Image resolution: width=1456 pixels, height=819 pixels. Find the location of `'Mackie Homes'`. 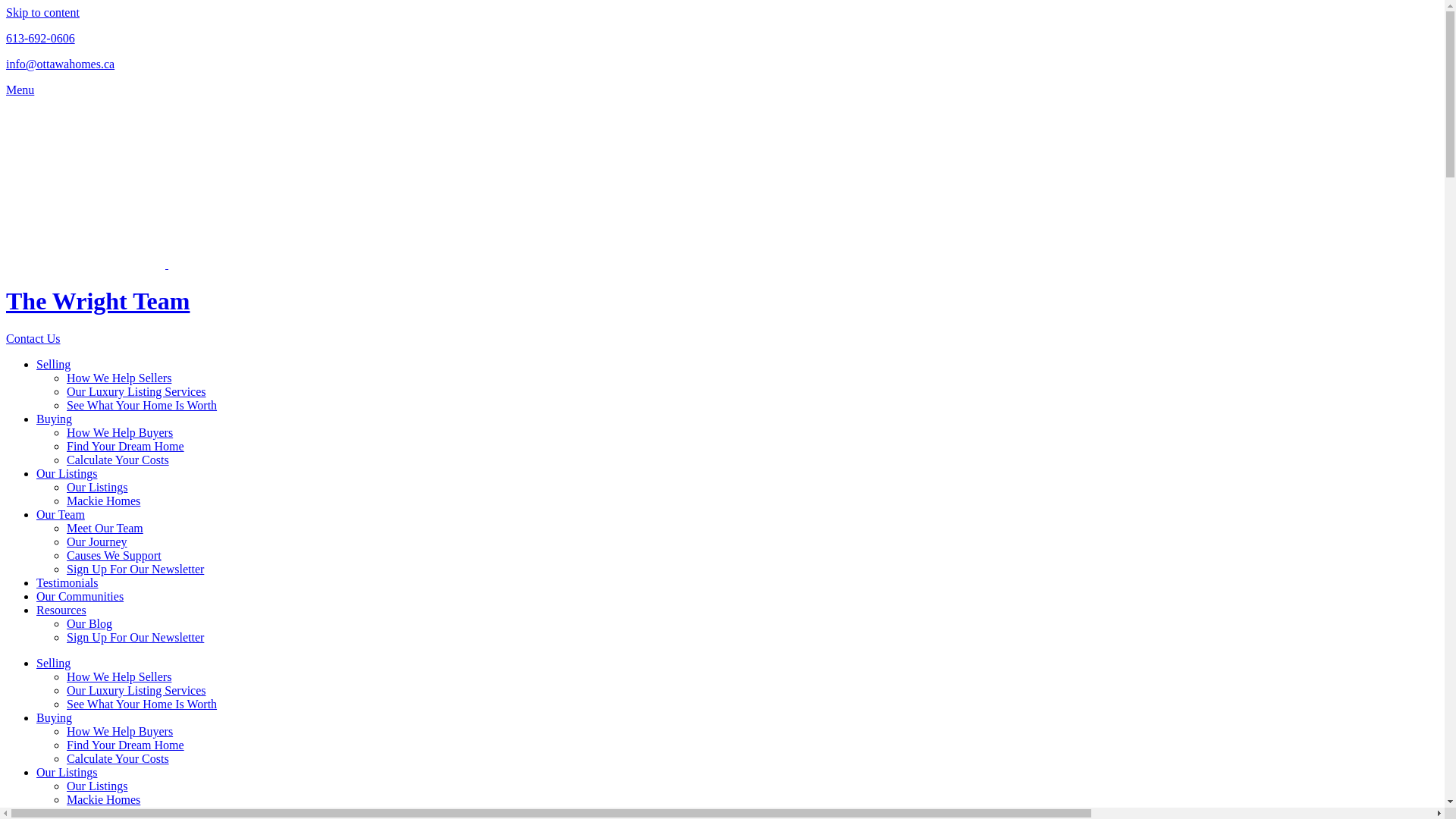

'Mackie Homes' is located at coordinates (102, 799).